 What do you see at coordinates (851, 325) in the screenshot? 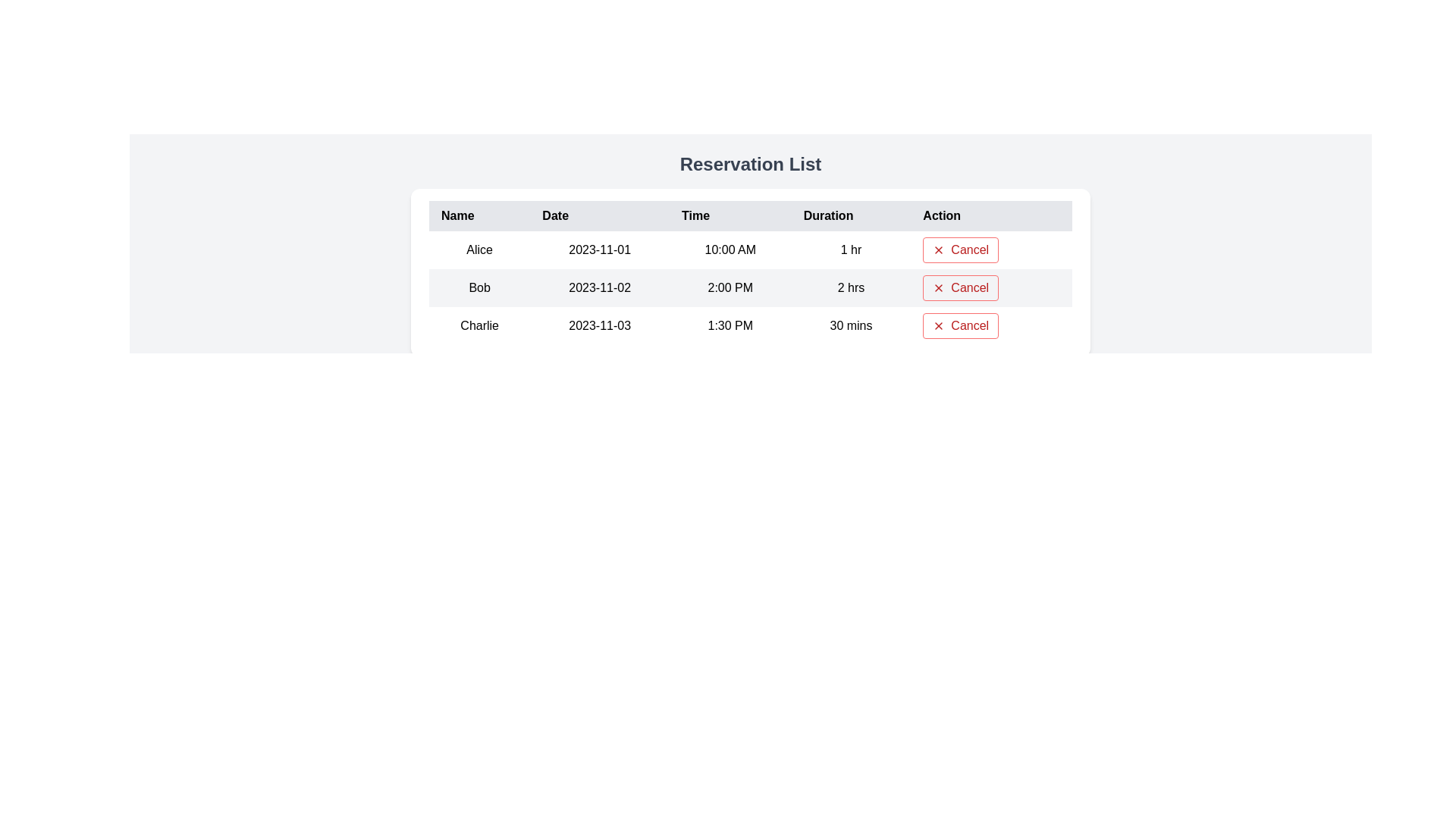
I see `the text display showing '30 mins' in the fourth column of the third row, under the 'Duration' column associated with 'Charlie'` at bounding box center [851, 325].